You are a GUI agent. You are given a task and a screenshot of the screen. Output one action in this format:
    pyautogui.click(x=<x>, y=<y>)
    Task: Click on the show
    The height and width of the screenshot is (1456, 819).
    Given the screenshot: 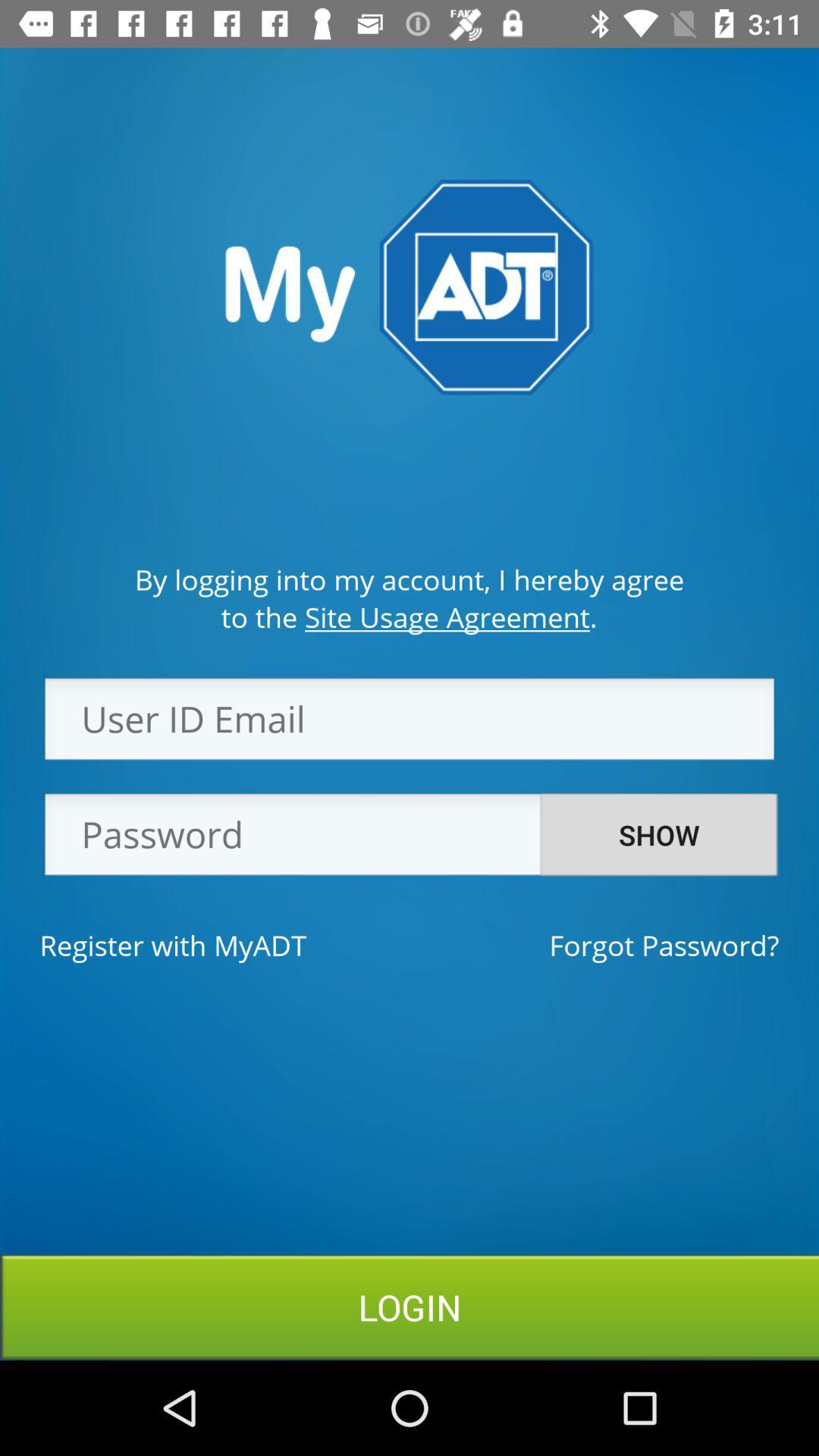 What is the action you would take?
    pyautogui.click(x=658, y=834)
    